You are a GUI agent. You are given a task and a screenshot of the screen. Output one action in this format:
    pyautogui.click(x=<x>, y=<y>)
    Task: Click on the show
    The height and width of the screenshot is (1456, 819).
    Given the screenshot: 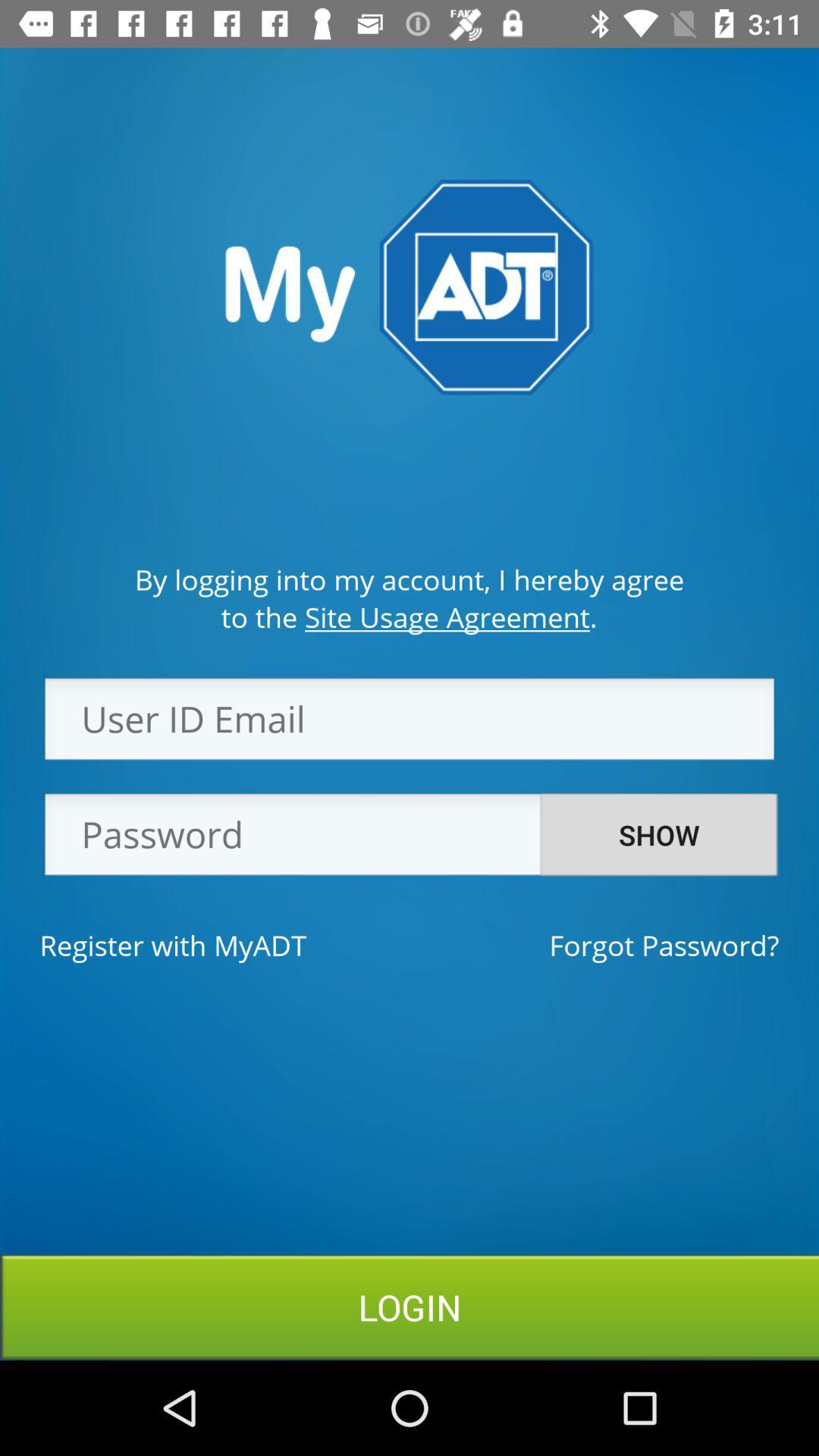 What is the action you would take?
    pyautogui.click(x=658, y=834)
    